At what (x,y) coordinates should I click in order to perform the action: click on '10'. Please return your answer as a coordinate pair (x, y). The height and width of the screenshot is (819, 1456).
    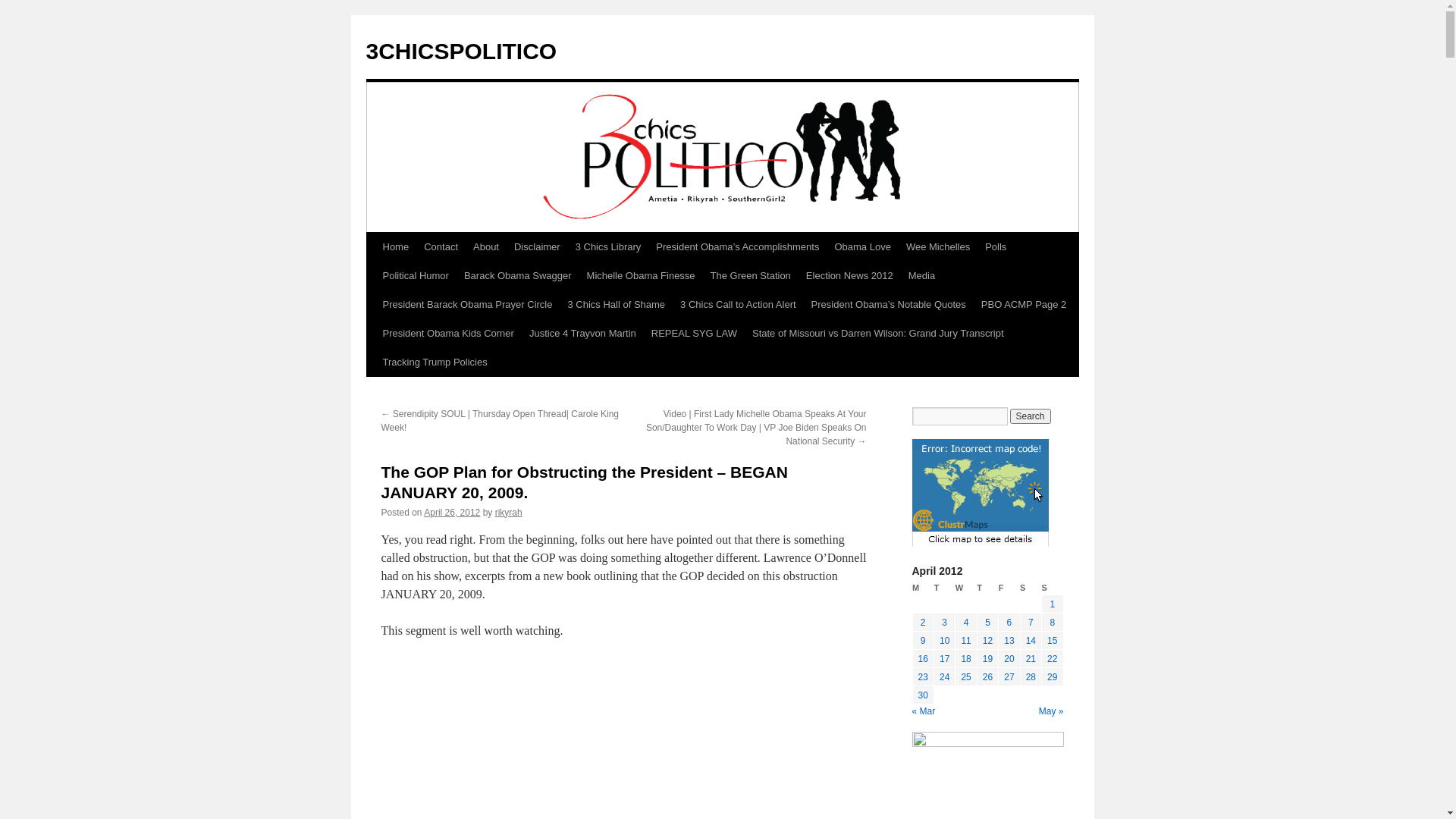
    Looking at the image, I should click on (943, 640).